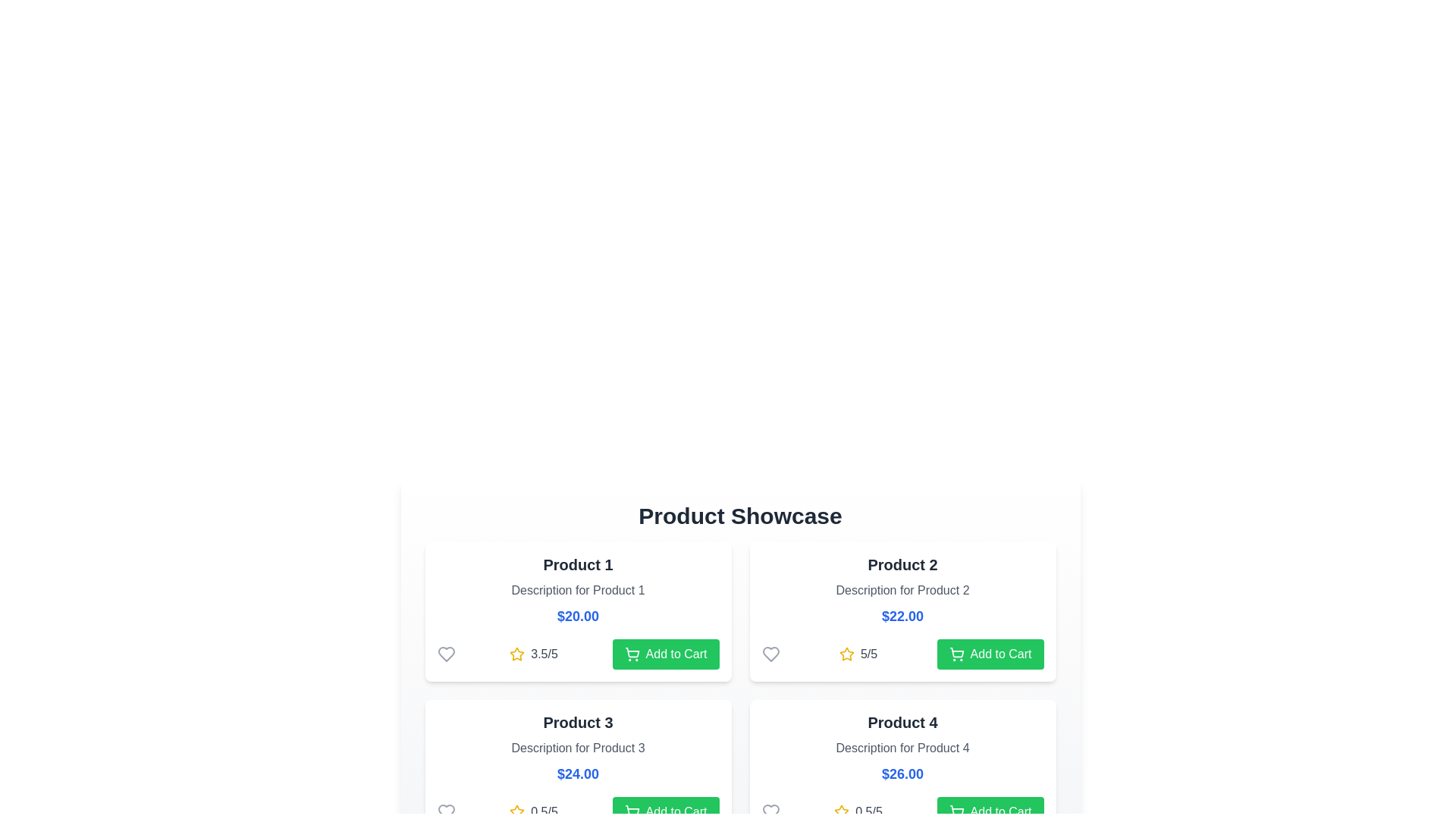 This screenshot has width=1456, height=819. What do you see at coordinates (902, 617) in the screenshot?
I see `the Text Label displaying '$22.00' in the second product card titled 'Product 2', which is styled with a bold font and blue color, located below the product description and above the rating and 'Add to Cart' button` at bounding box center [902, 617].